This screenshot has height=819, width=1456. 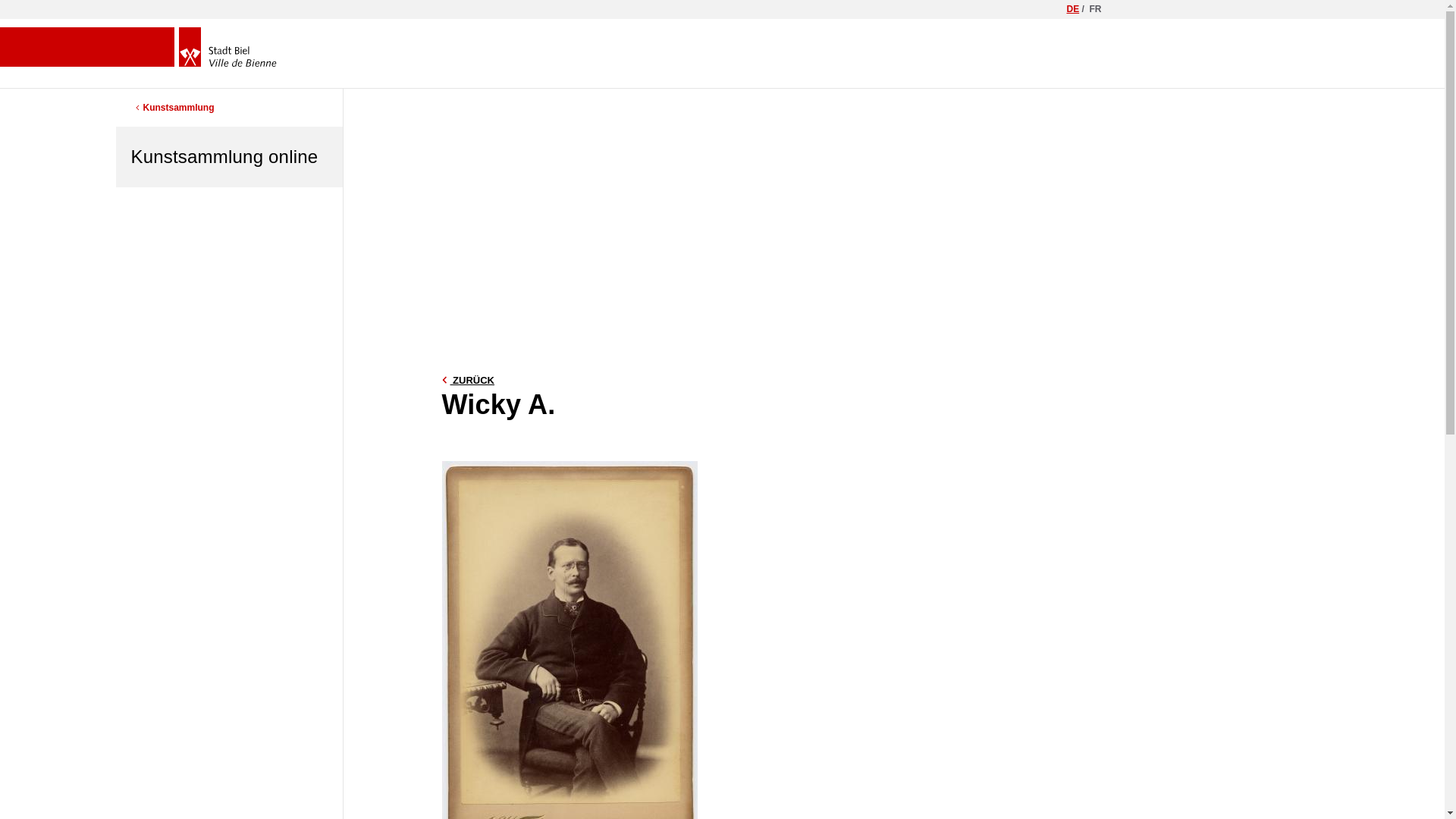 What do you see at coordinates (171, 107) in the screenshot?
I see `'Kunstsammlung'` at bounding box center [171, 107].